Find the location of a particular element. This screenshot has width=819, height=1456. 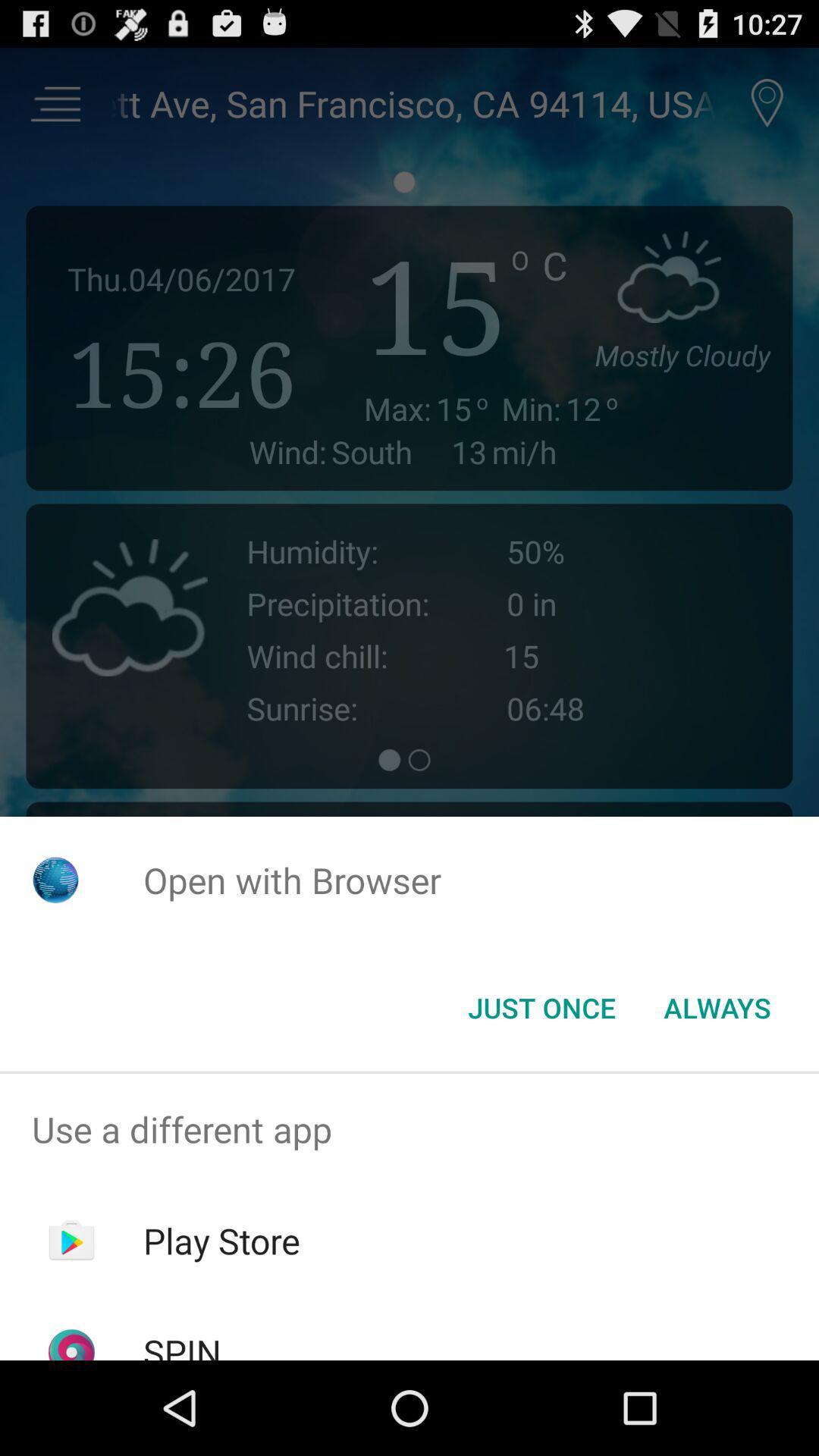

the button to the right of the just once is located at coordinates (717, 1008).